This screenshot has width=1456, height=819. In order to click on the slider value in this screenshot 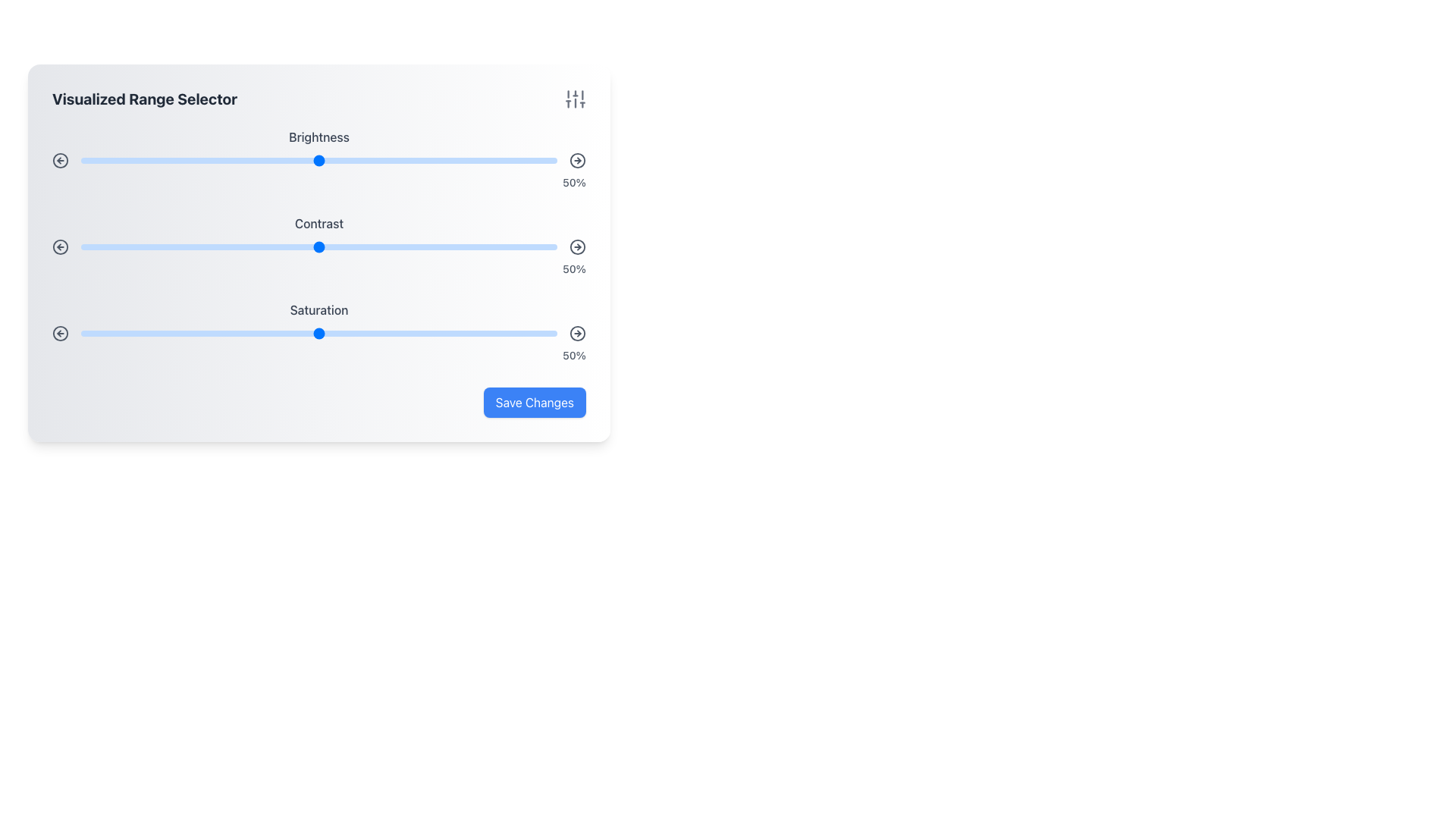, I will do `click(414, 332)`.